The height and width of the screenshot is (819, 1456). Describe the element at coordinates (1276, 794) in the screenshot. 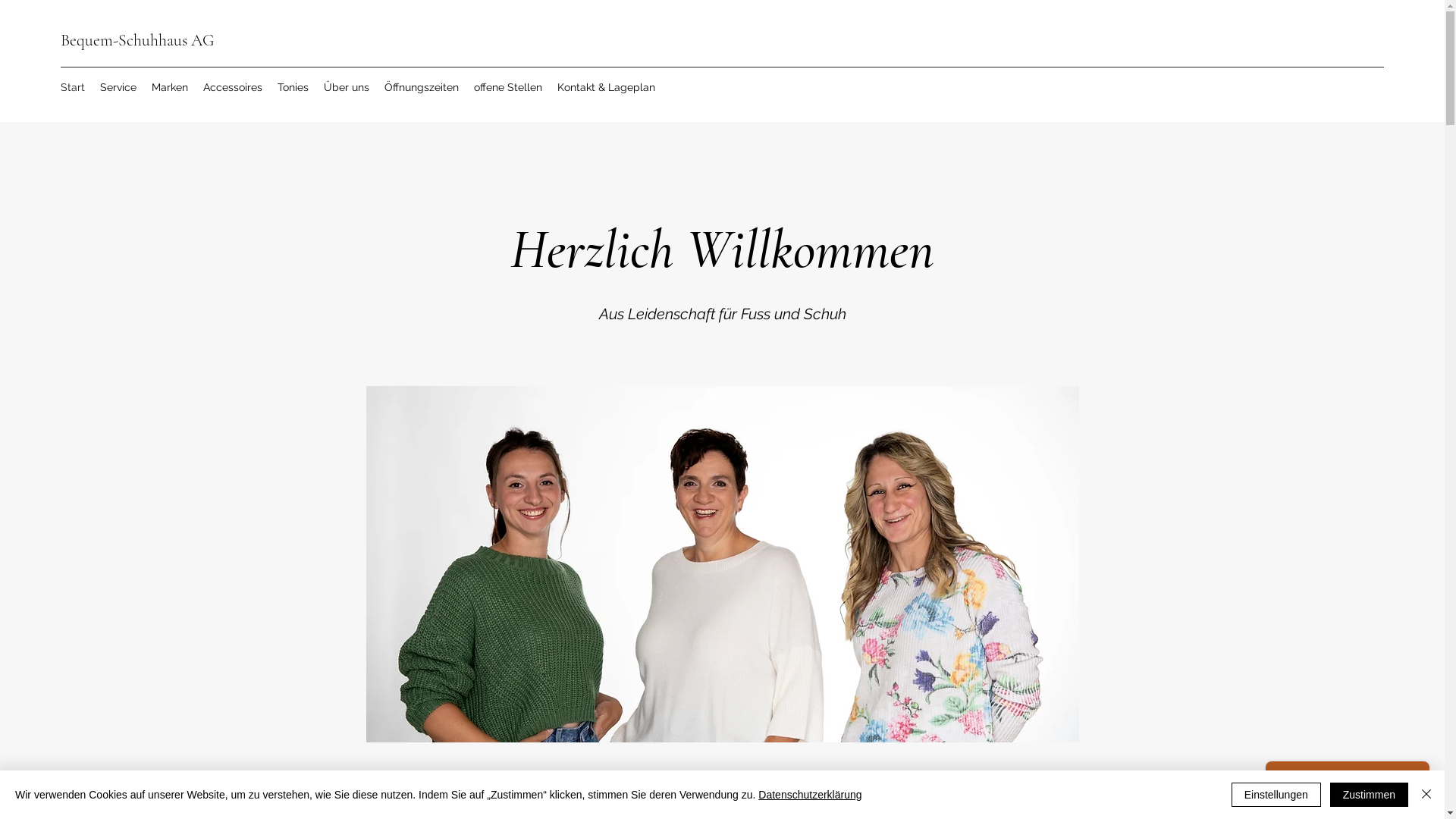

I see `'Einstellungen'` at that location.